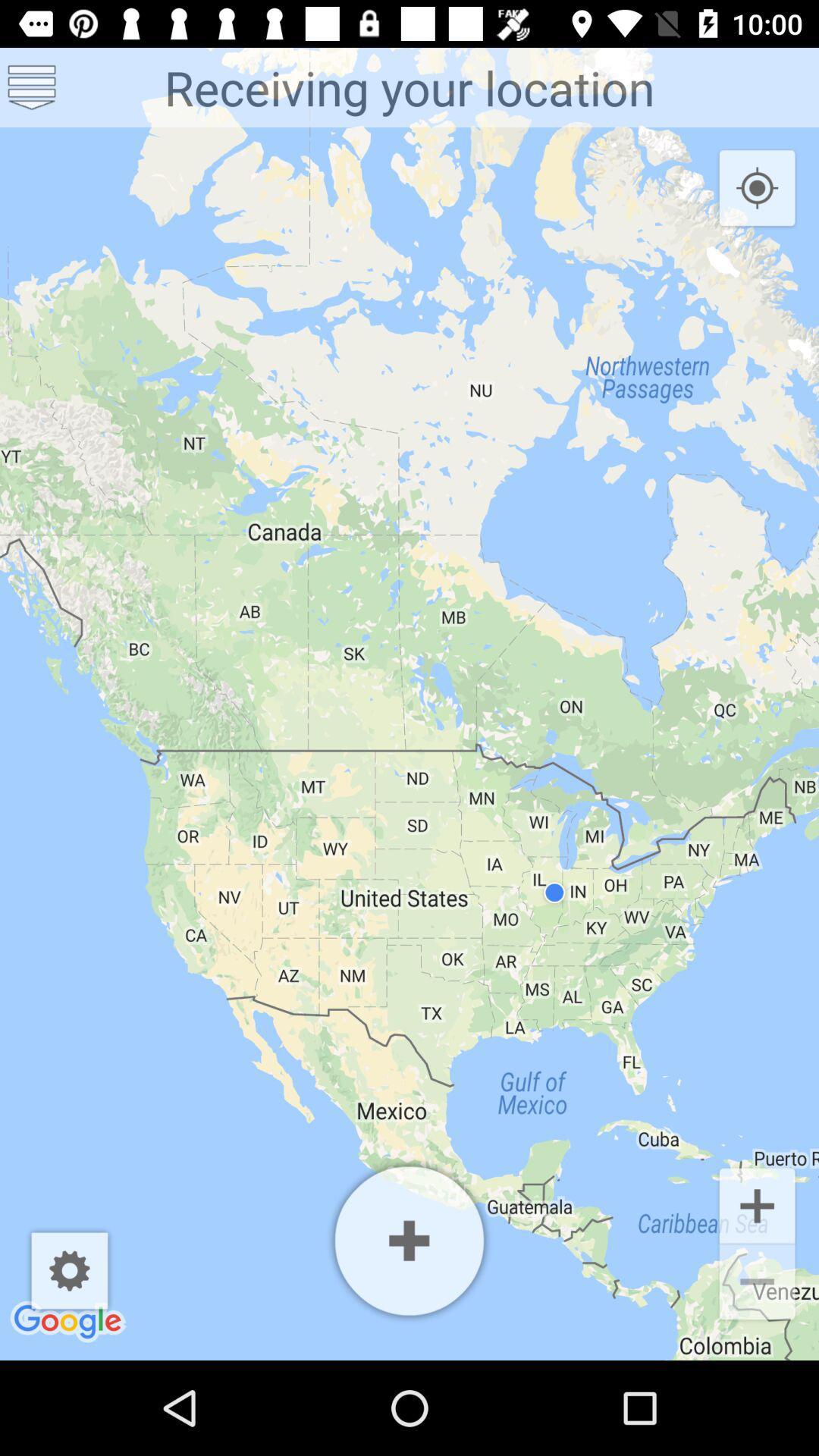 Image resolution: width=819 pixels, height=1456 pixels. I want to click on icon at the top right corner, so click(757, 188).